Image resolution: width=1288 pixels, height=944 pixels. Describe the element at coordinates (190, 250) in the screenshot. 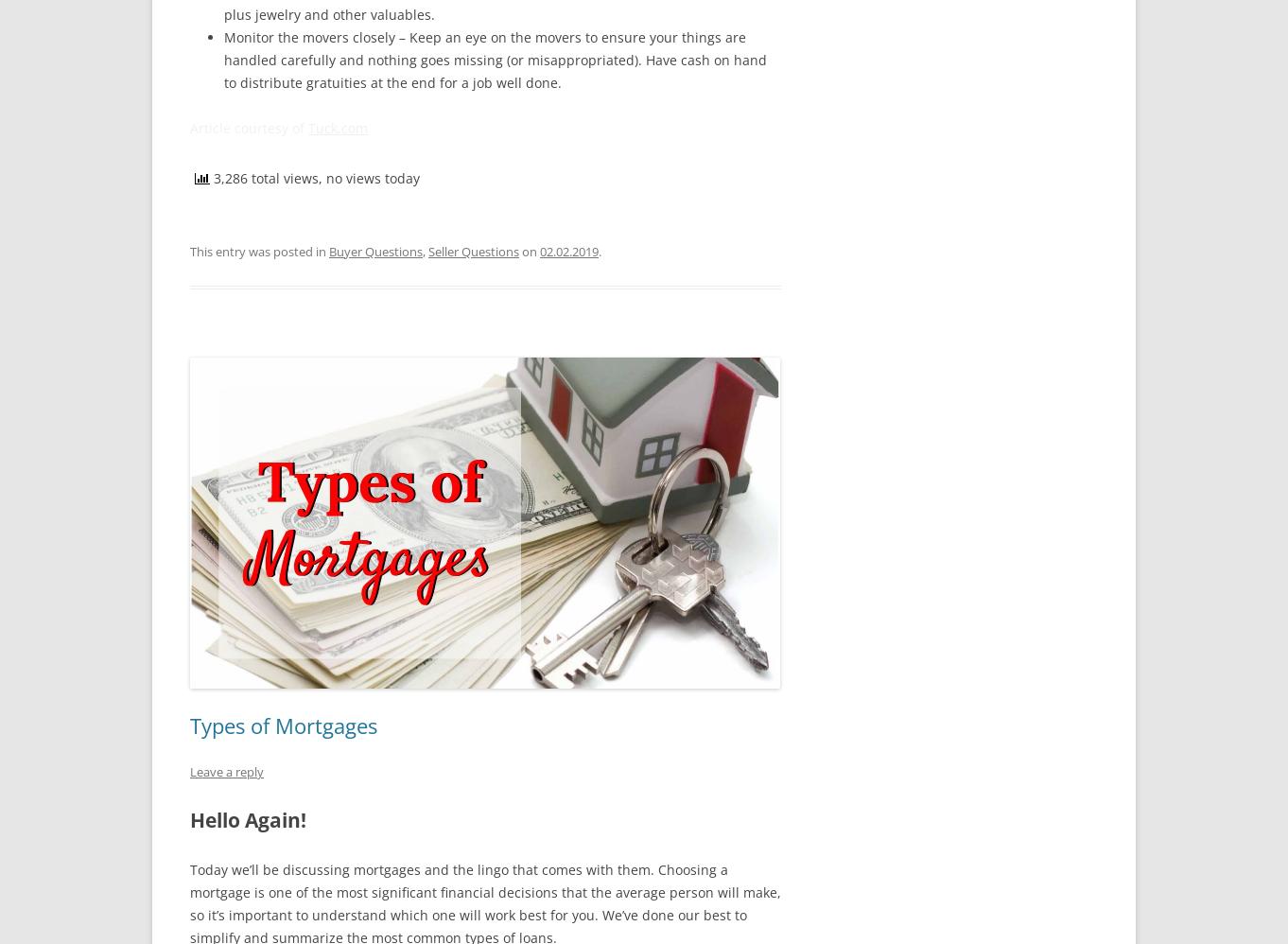

I see `'This entry was posted in'` at that location.